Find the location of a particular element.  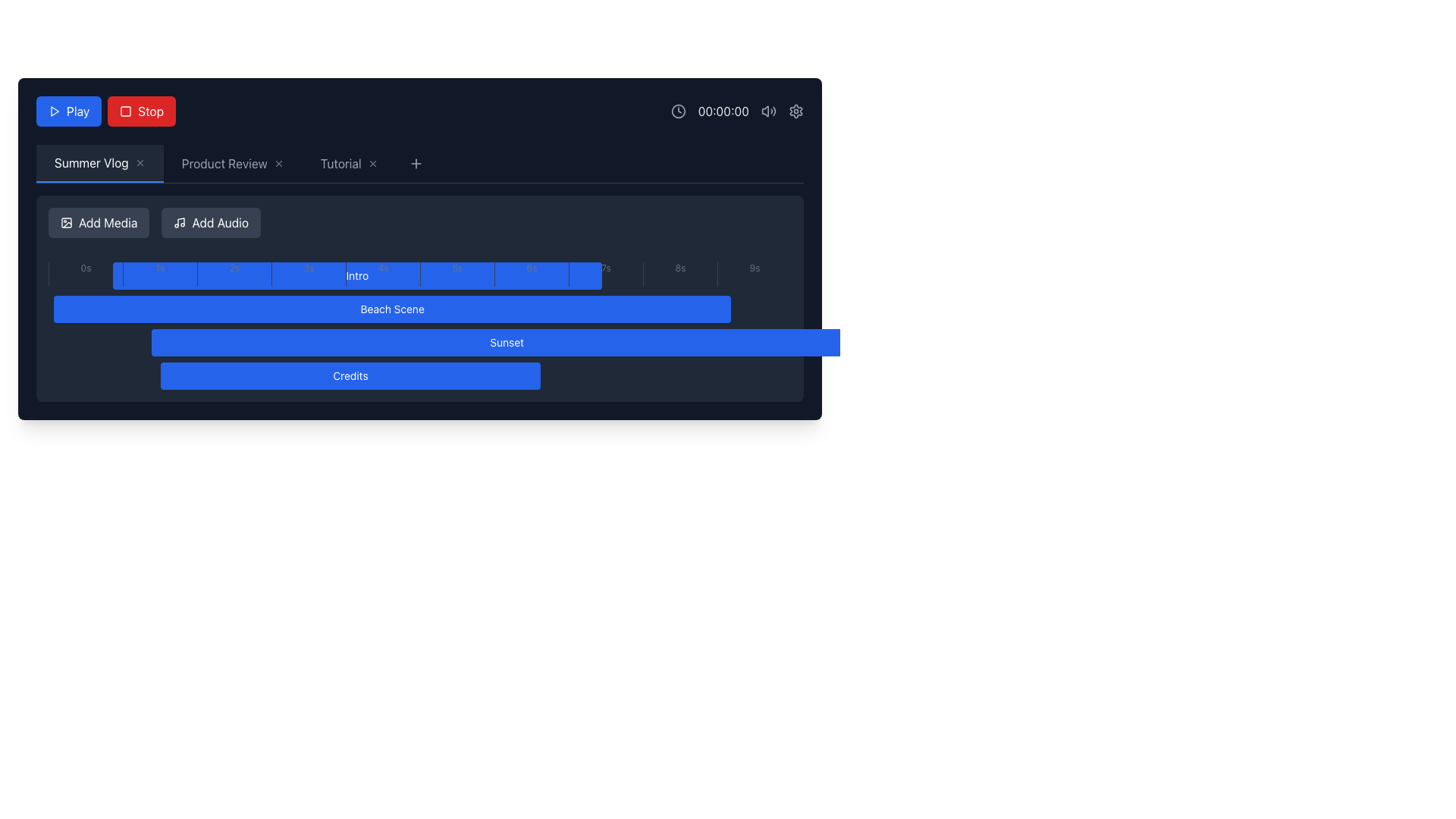

the static text displaying the timestamp '00:00:00', which is located on the right end of a horizontal toolbar group, preceded by a clock icon and followed by a volume control icon and a settings gear icon is located at coordinates (737, 110).